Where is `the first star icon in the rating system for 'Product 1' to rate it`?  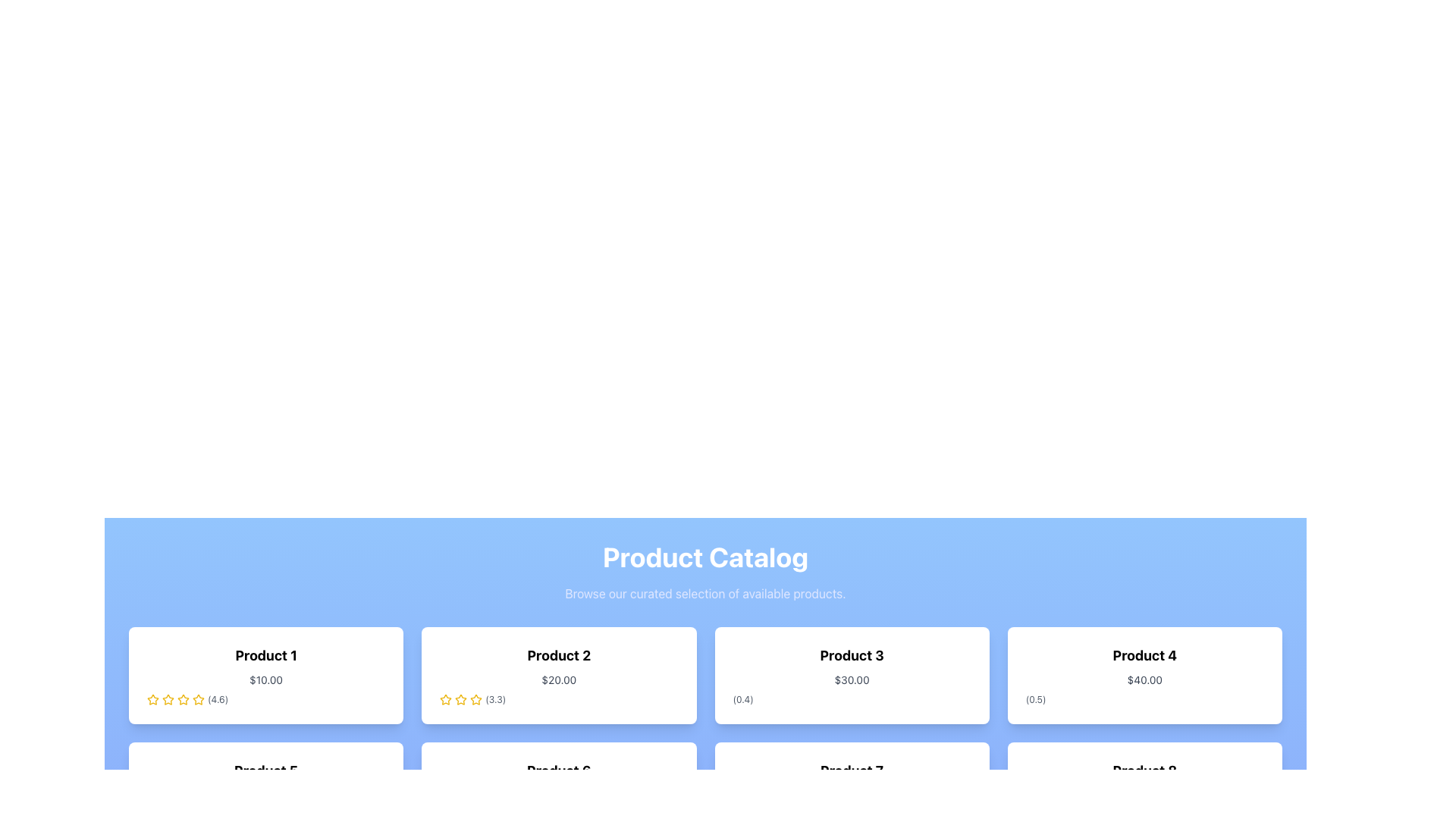 the first star icon in the rating system for 'Product 1' to rate it is located at coordinates (168, 699).